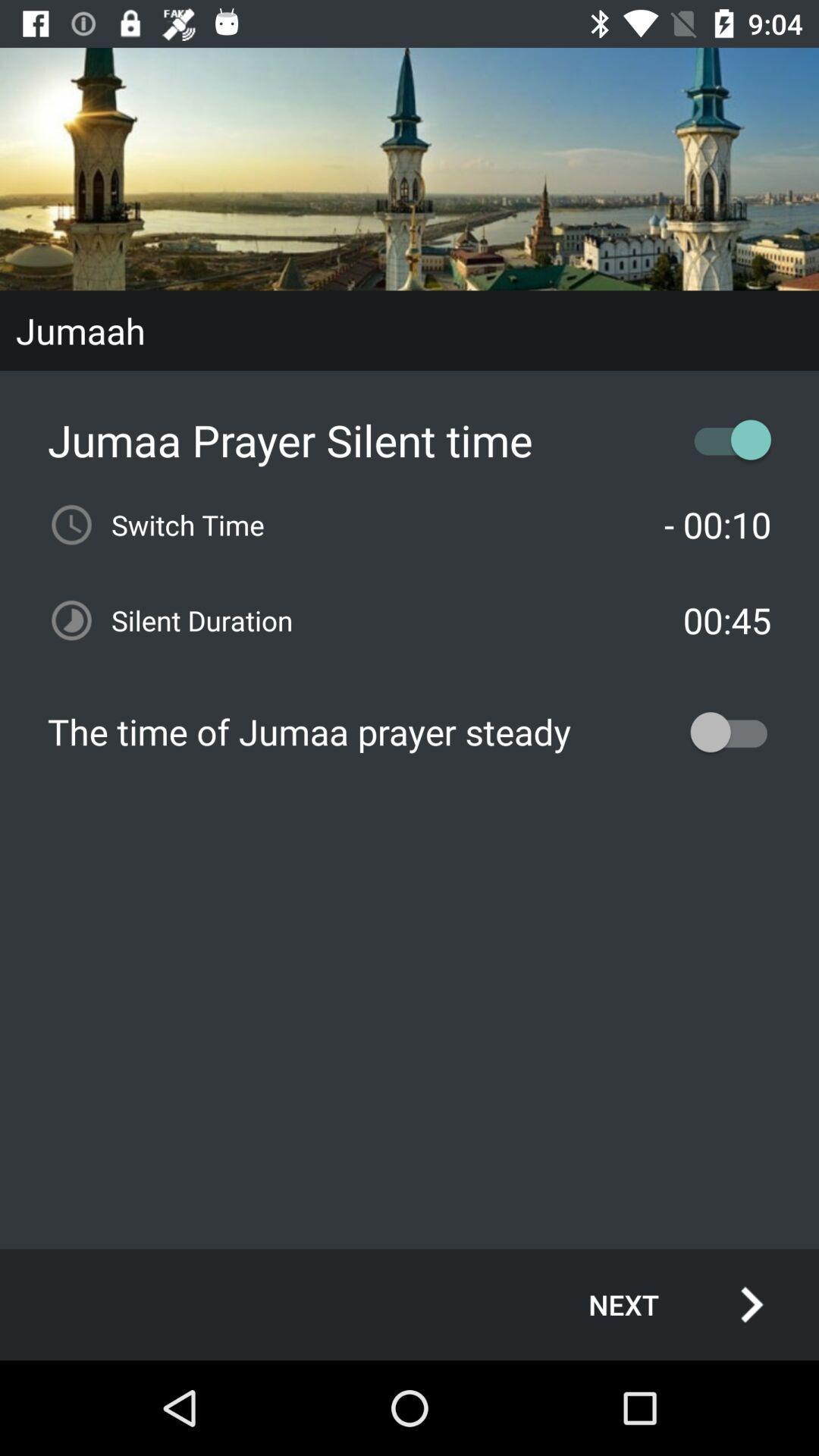 The height and width of the screenshot is (1456, 819). I want to click on button at the bottom right corner, so click(659, 1304).